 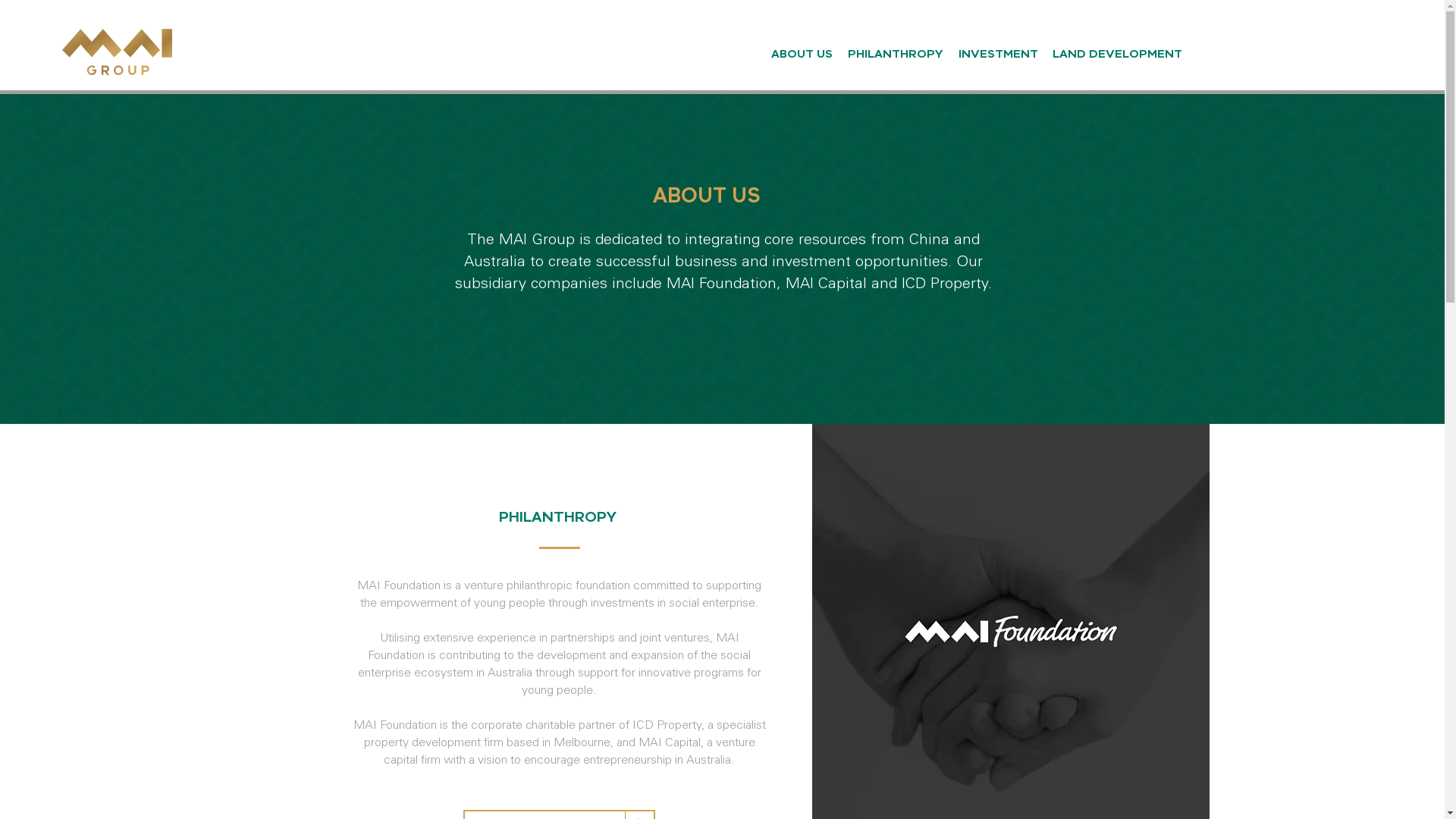 What do you see at coordinates (800, 45) in the screenshot?
I see `'ABOUT US'` at bounding box center [800, 45].